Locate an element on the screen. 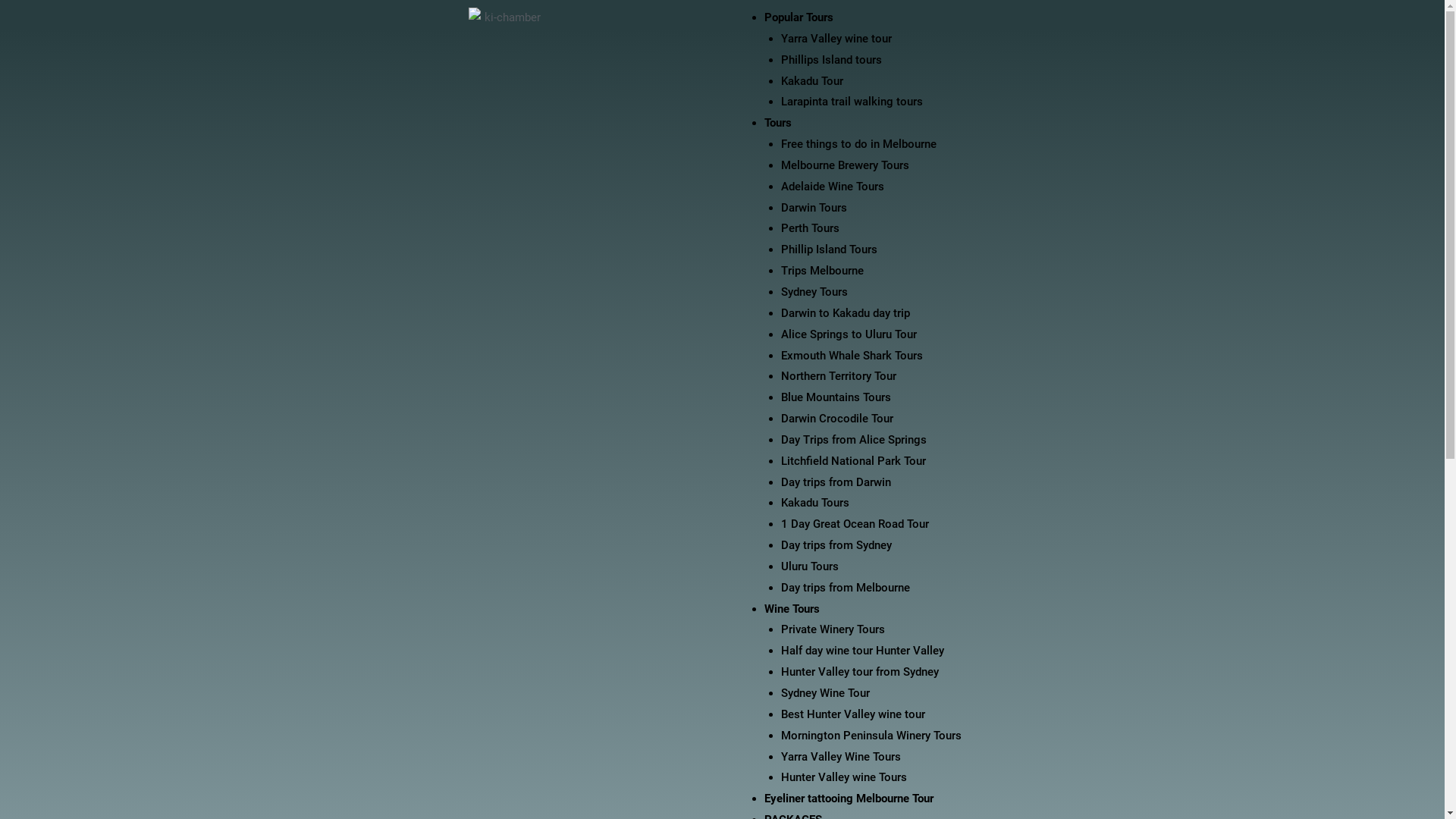 This screenshot has width=1456, height=819. 'Free things to do in Melbourne' is located at coordinates (858, 143).